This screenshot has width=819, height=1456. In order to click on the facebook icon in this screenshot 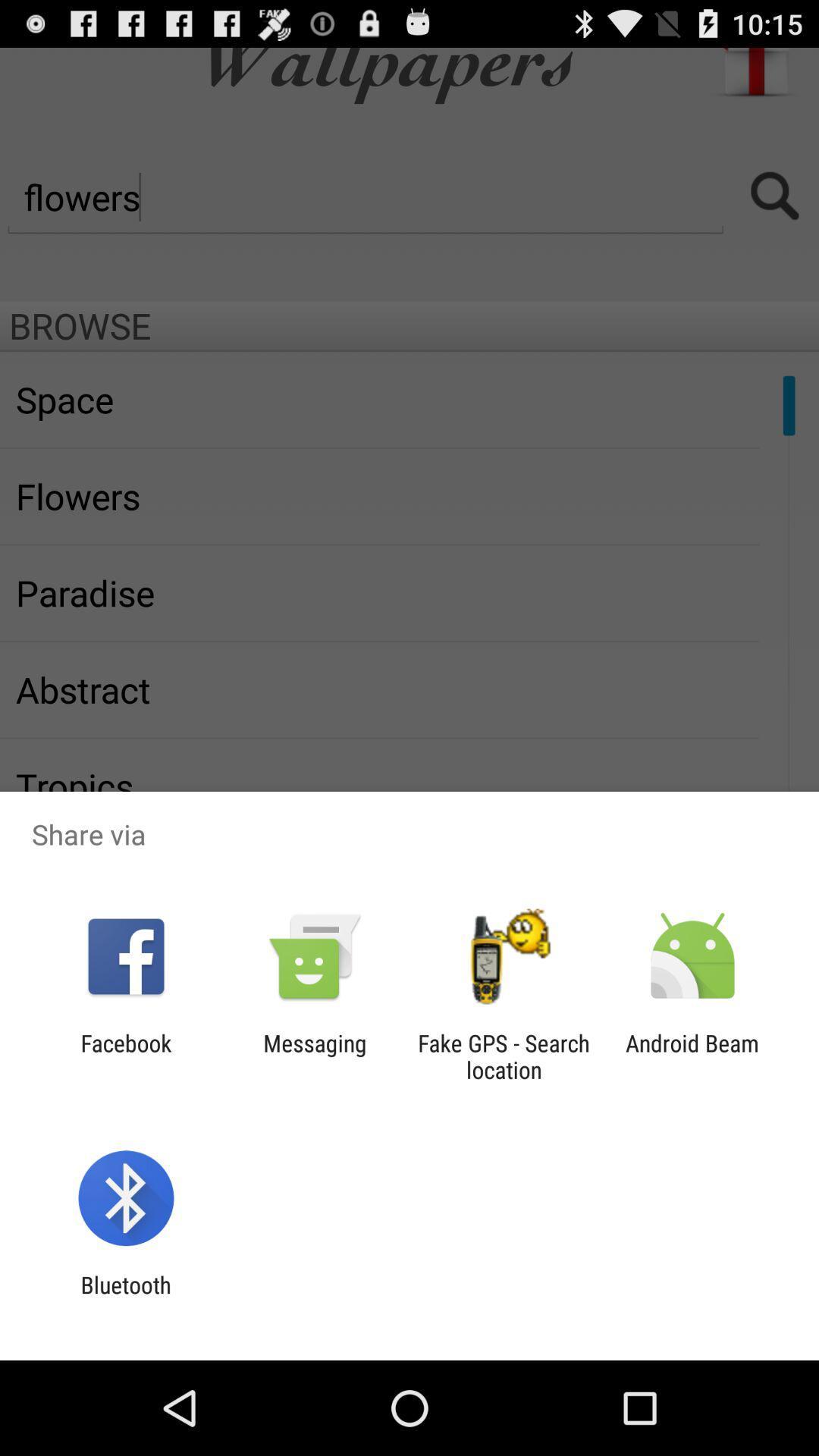, I will do `click(125, 1056)`.